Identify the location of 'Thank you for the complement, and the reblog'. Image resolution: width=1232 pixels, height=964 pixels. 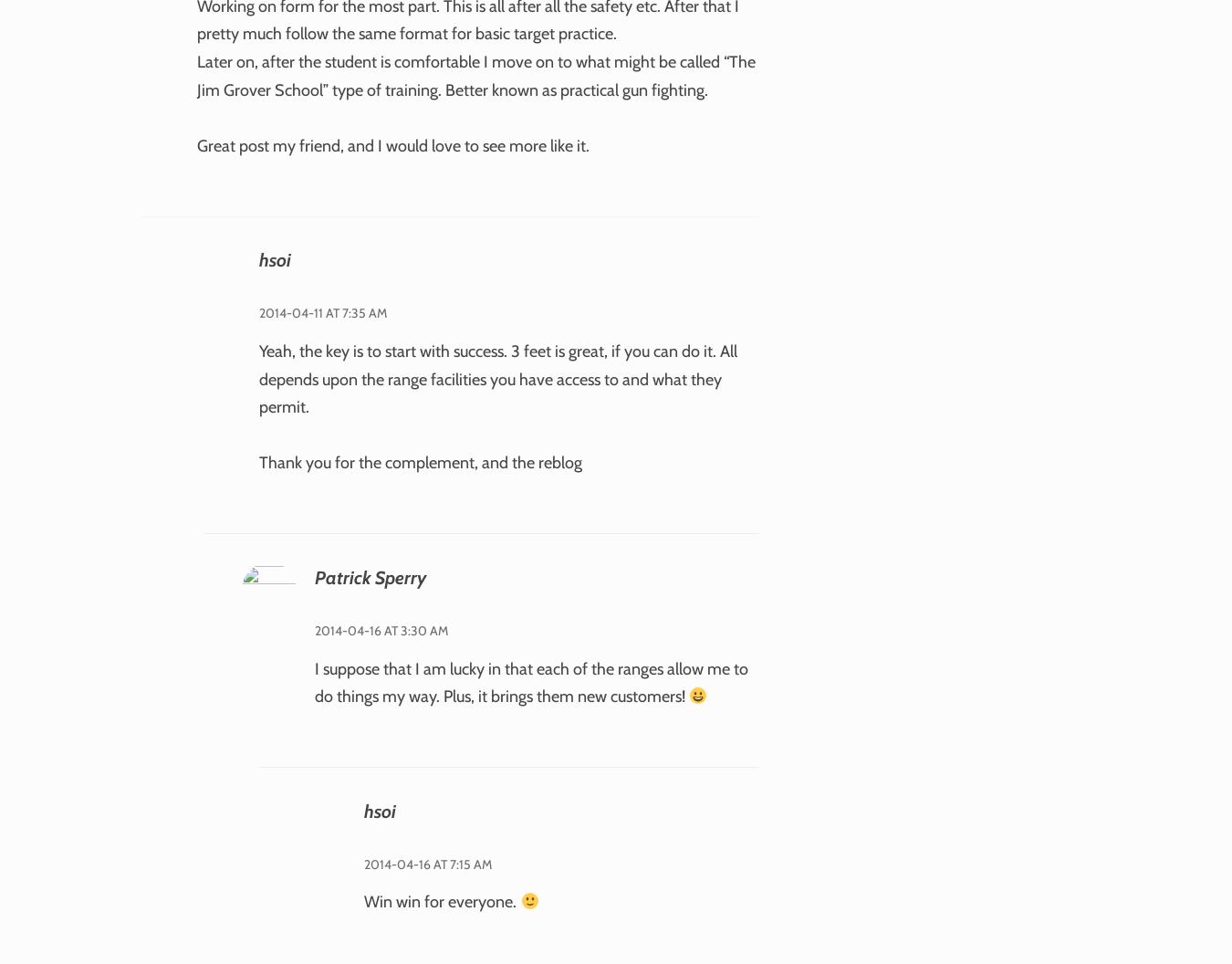
(256, 461).